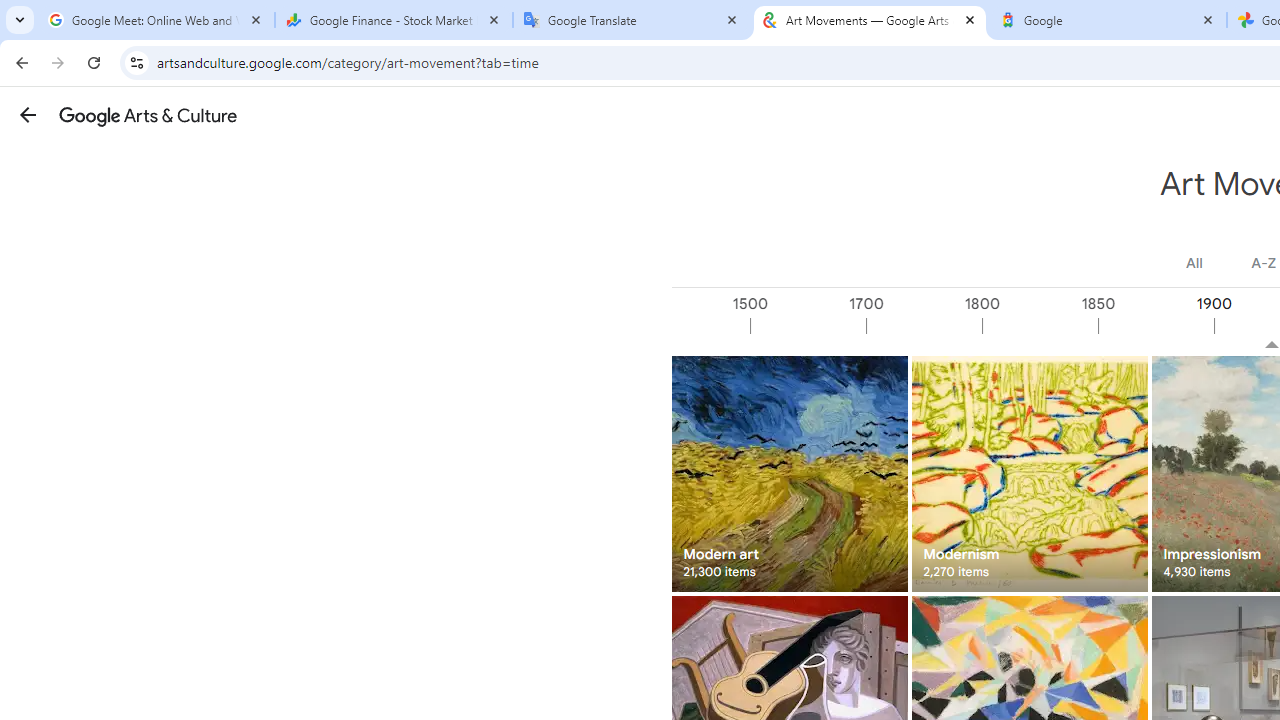 The image size is (1280, 720). I want to click on 'Google Translate', so click(631, 20).